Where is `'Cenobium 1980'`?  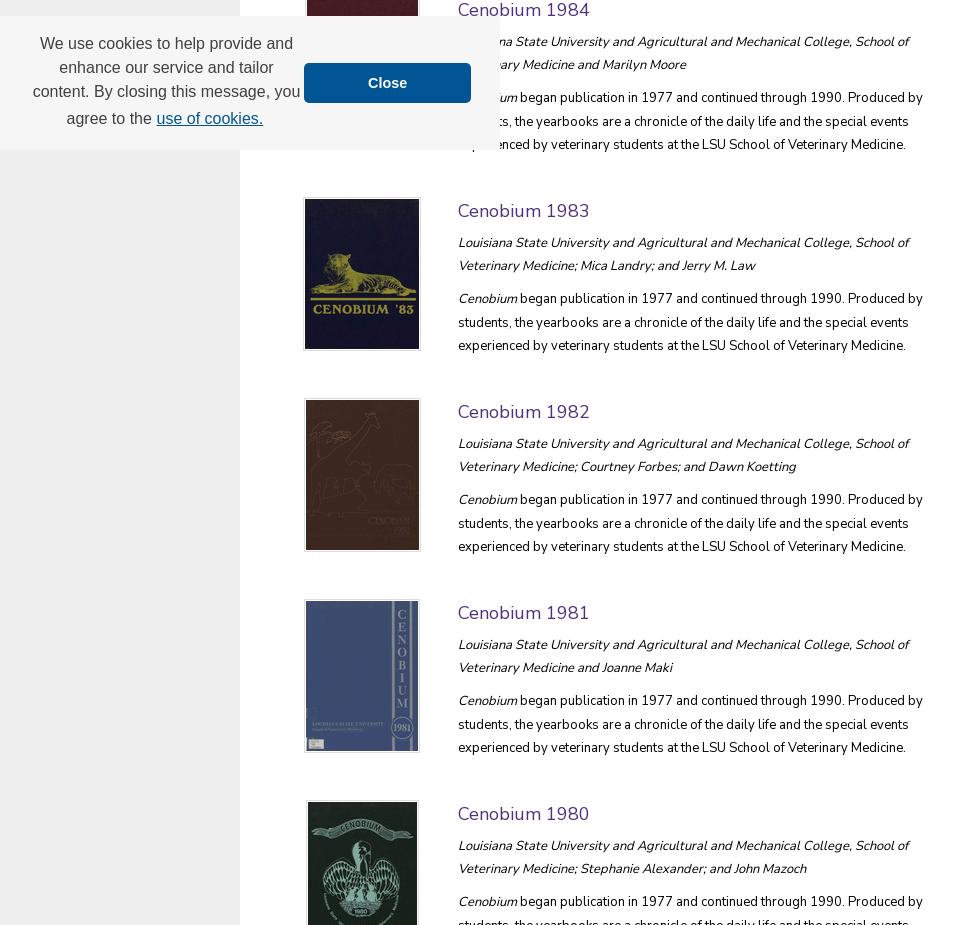
'Cenobium 1980' is located at coordinates (524, 812).